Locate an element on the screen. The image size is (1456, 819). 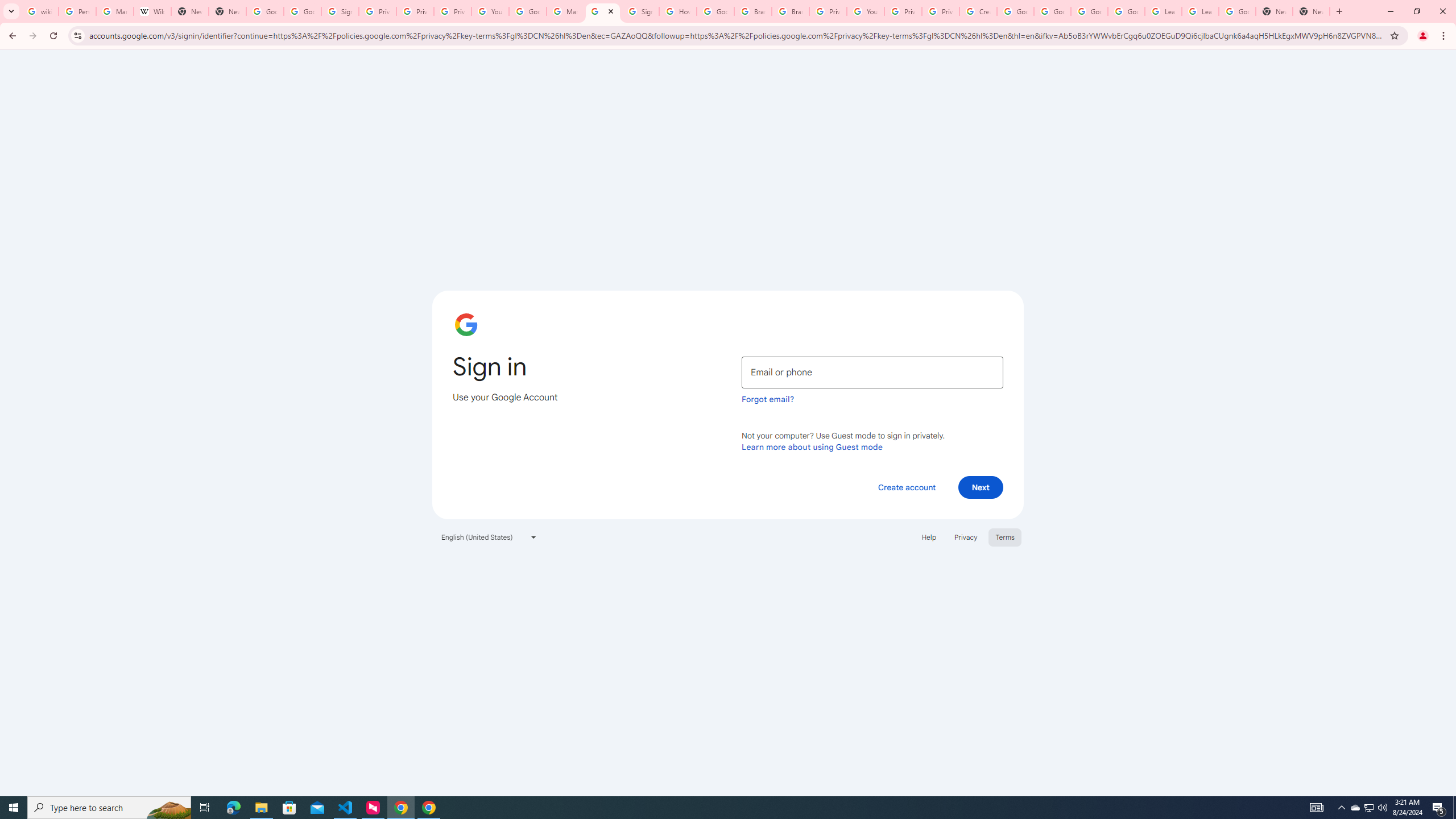
'Forgot email?' is located at coordinates (767, 399).